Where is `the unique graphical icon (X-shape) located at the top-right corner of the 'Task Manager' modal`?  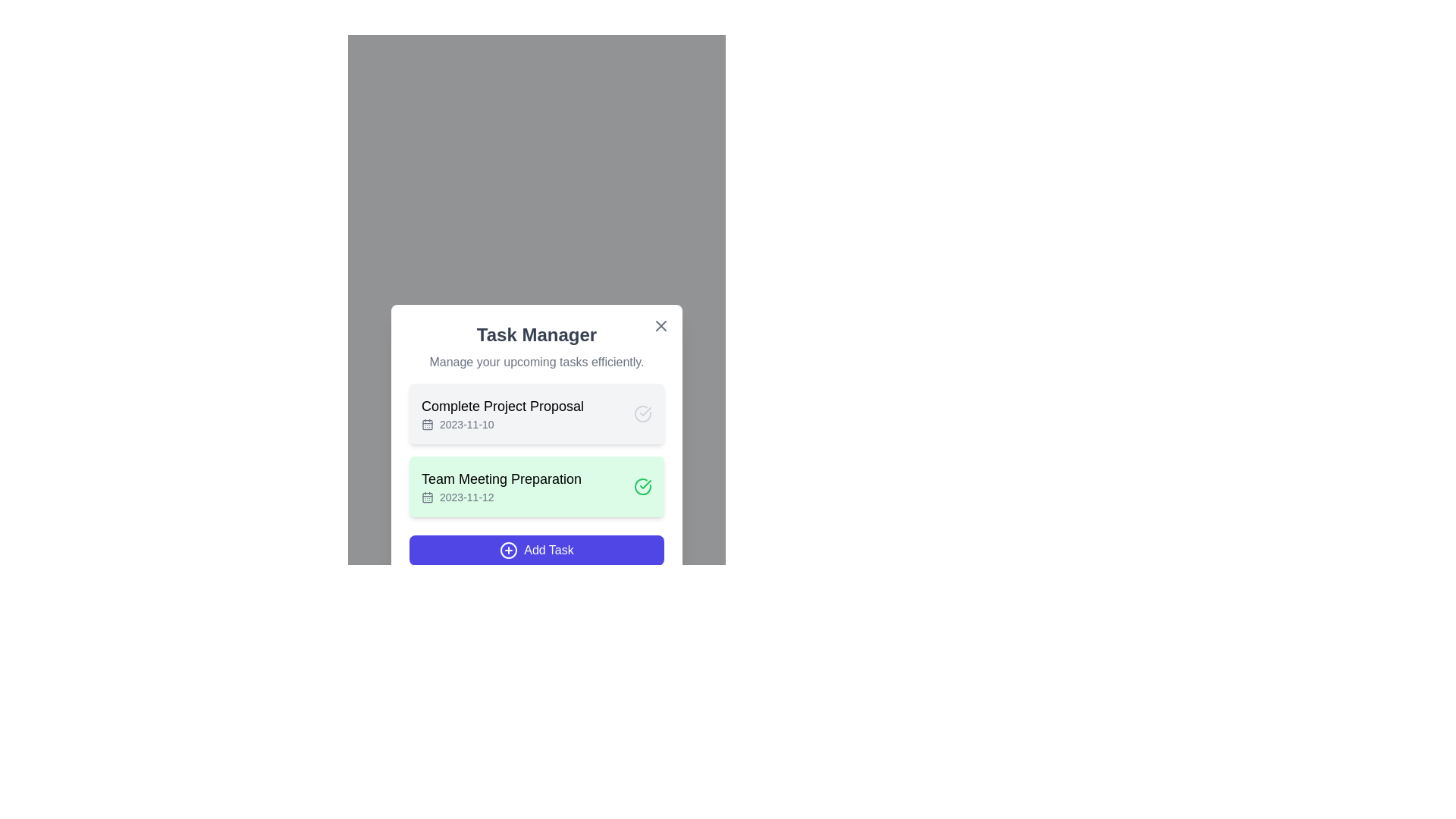 the unique graphical icon (X-shape) located at the top-right corner of the 'Task Manager' modal is located at coordinates (661, 325).